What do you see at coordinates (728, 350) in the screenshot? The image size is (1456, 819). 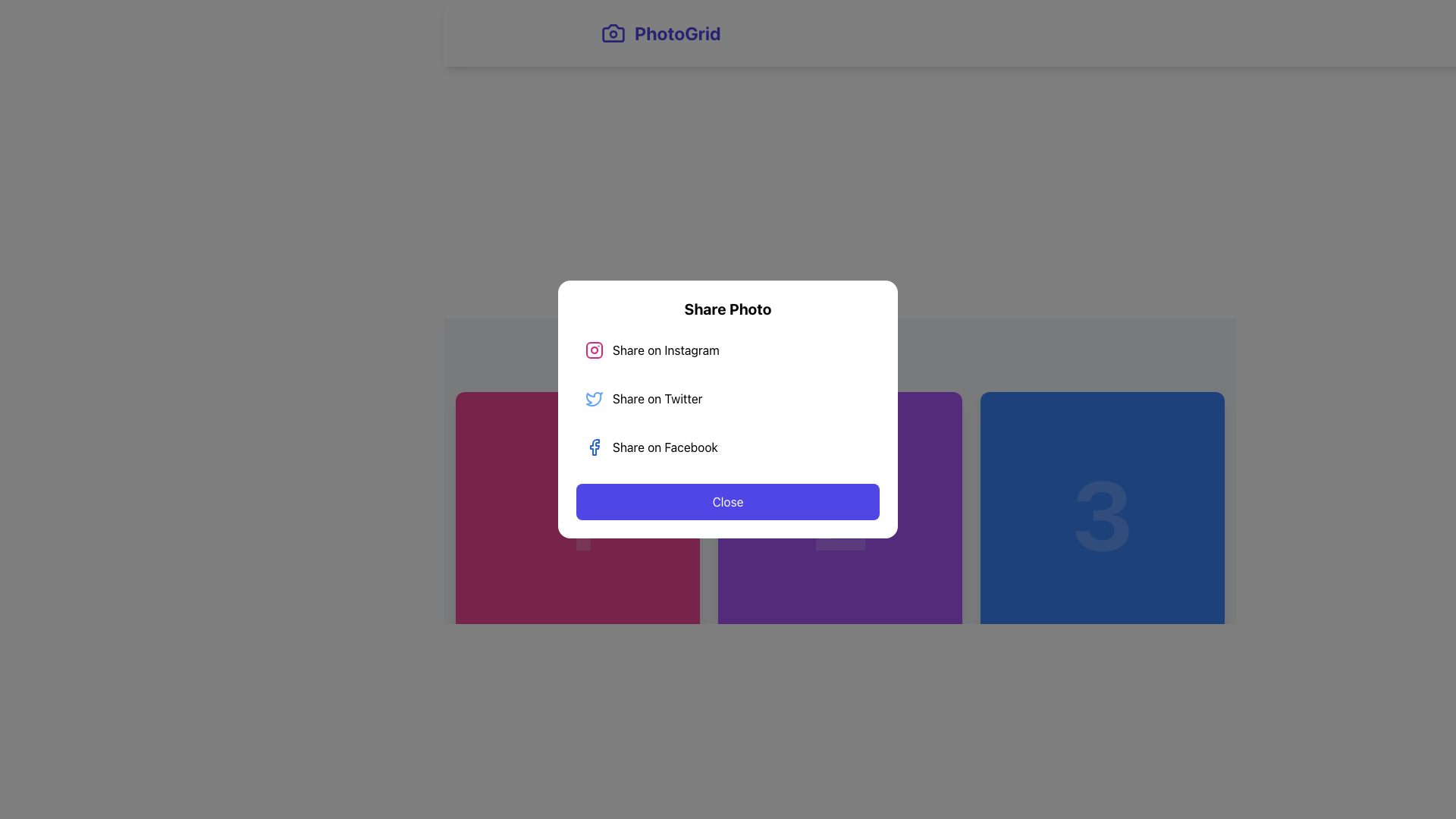 I see `the Instagram share button located in the modal dialog titled 'Share Photo', which is the first option in the vertical list of sharing options` at bounding box center [728, 350].